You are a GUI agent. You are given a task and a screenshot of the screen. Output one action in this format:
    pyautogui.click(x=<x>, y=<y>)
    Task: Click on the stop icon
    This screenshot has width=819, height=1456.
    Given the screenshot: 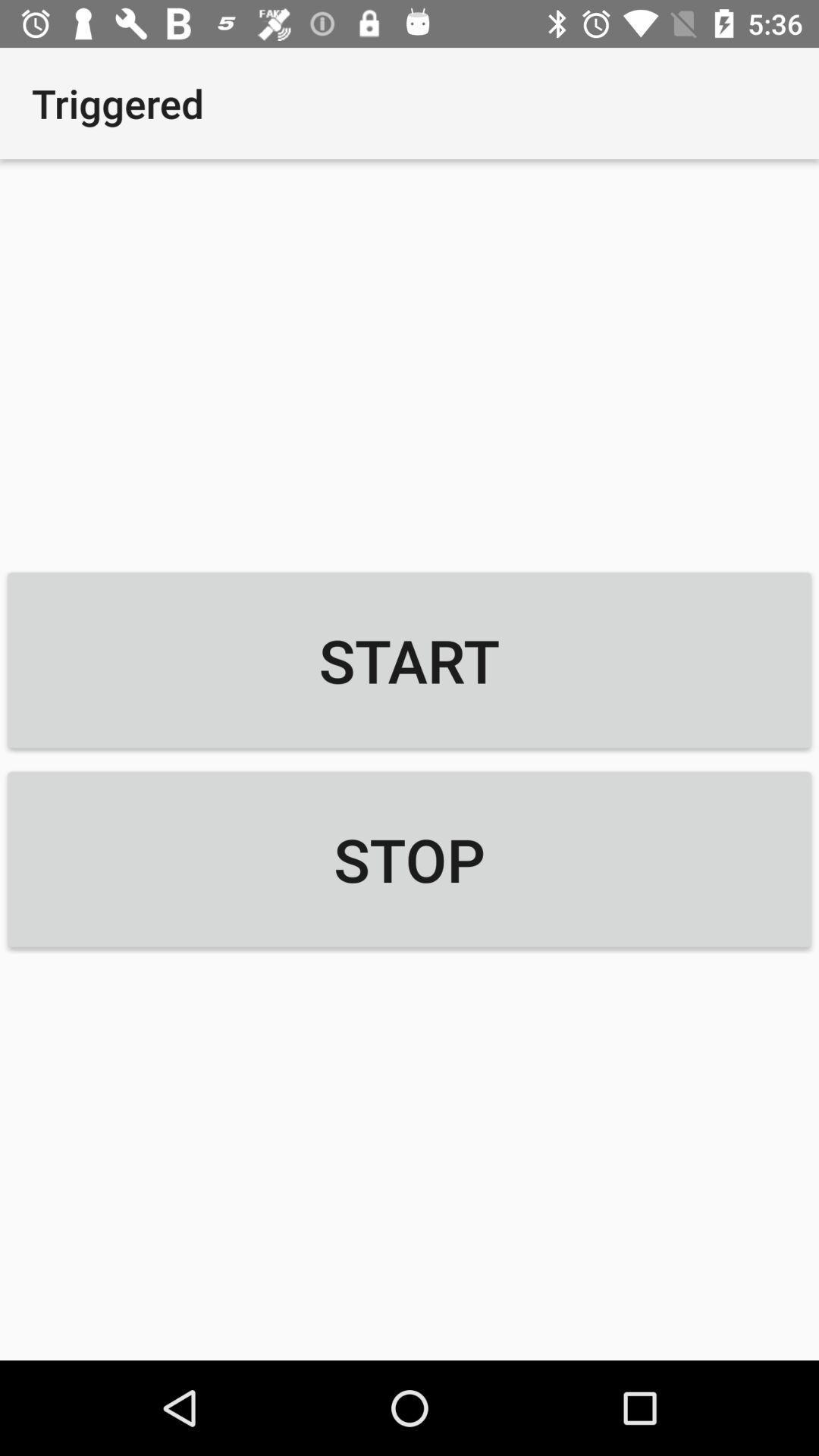 What is the action you would take?
    pyautogui.click(x=409, y=859)
    